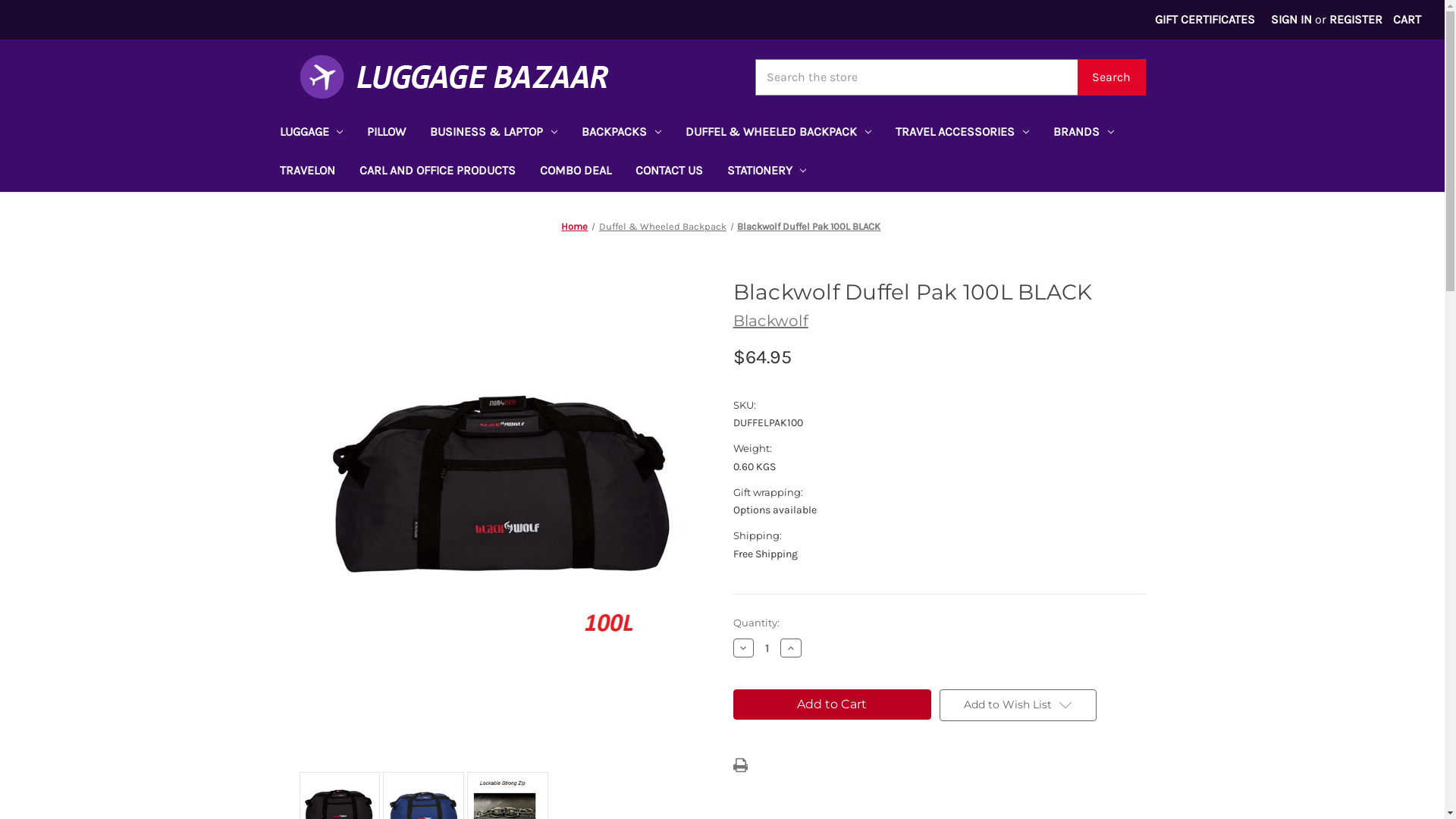 This screenshot has height=819, width=1456. Describe the element at coordinates (574, 171) in the screenshot. I see `'COMBO DEAL'` at that location.